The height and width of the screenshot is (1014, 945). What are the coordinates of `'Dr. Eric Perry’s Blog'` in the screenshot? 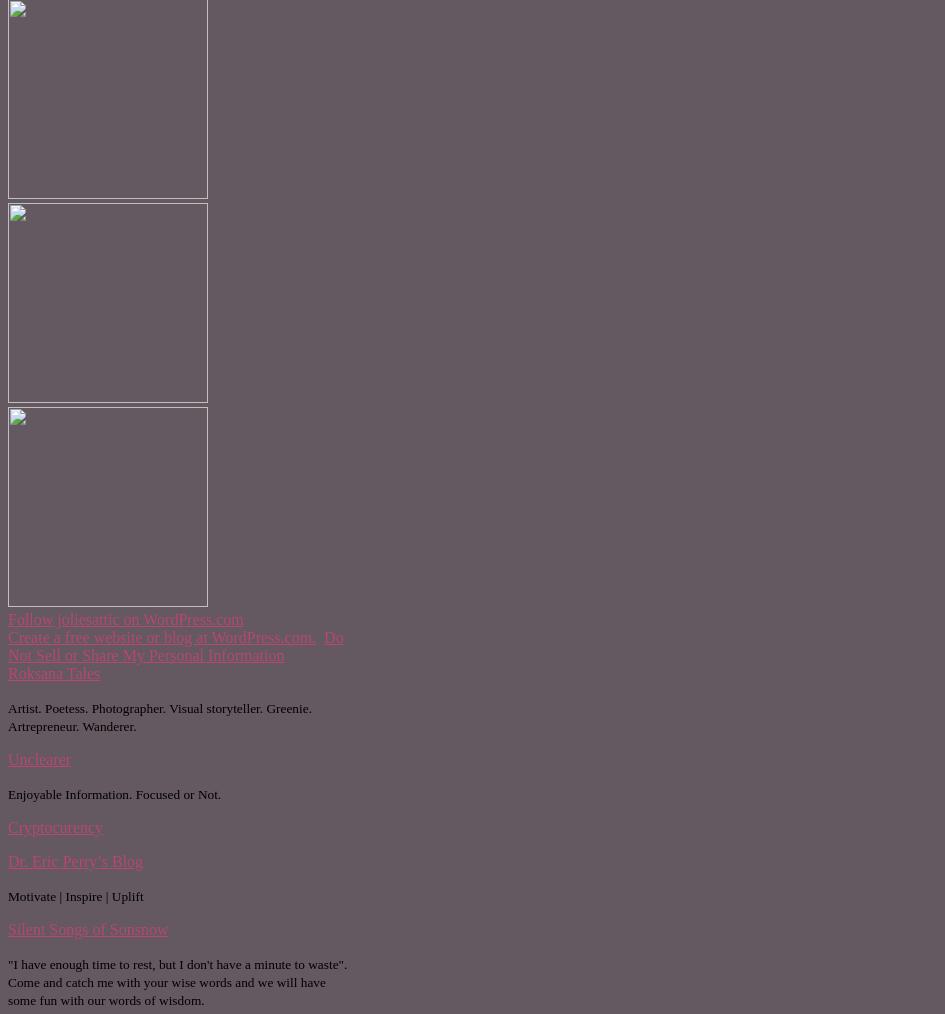 It's located at (74, 859).